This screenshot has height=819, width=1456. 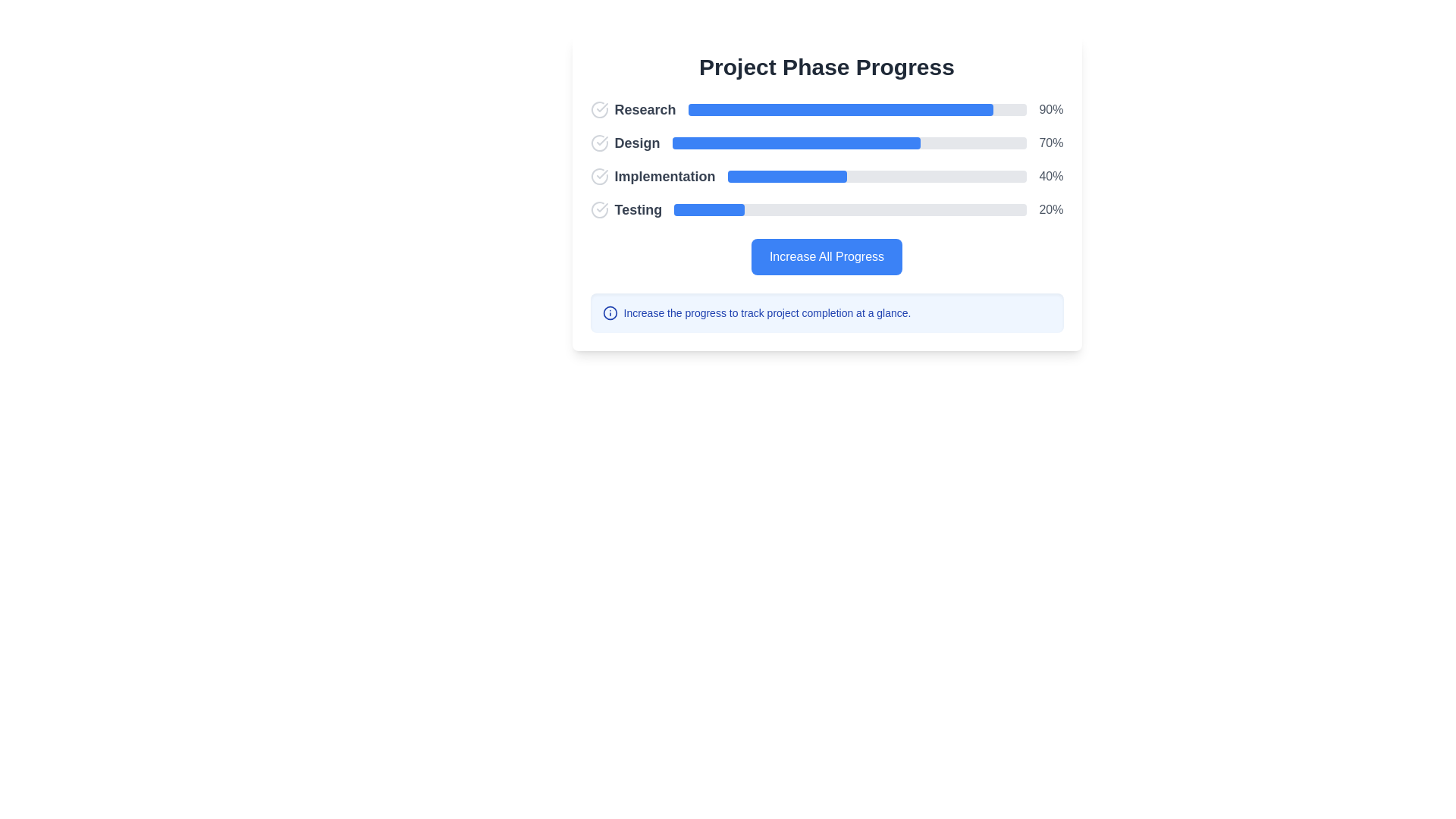 I want to click on the text label indicating the current phase 'Testing' in the project progress tracker, located in the fourth row, to the right of a circular check icon, so click(x=638, y=210).